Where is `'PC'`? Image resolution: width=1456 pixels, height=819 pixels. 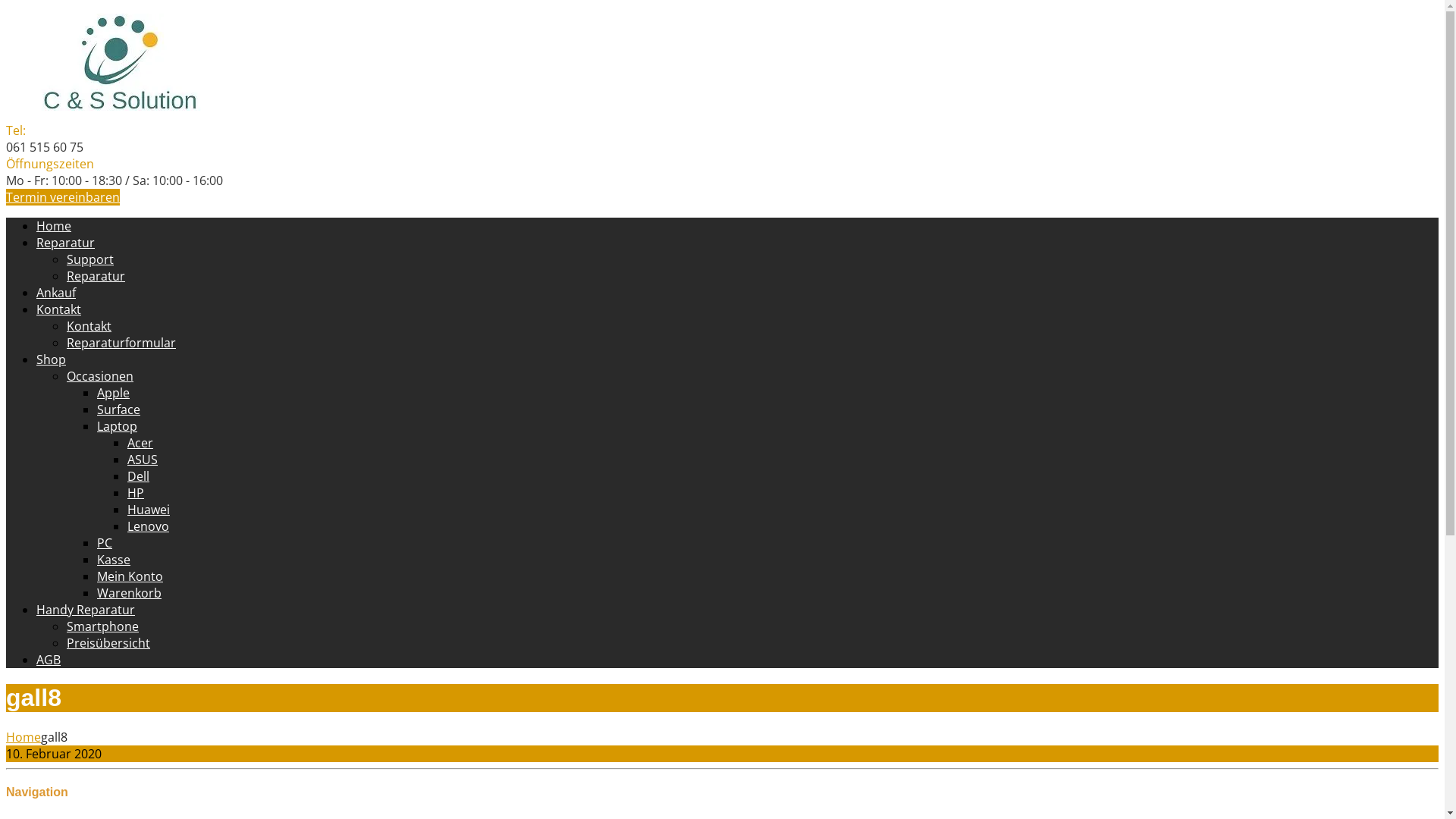
'PC' is located at coordinates (96, 542).